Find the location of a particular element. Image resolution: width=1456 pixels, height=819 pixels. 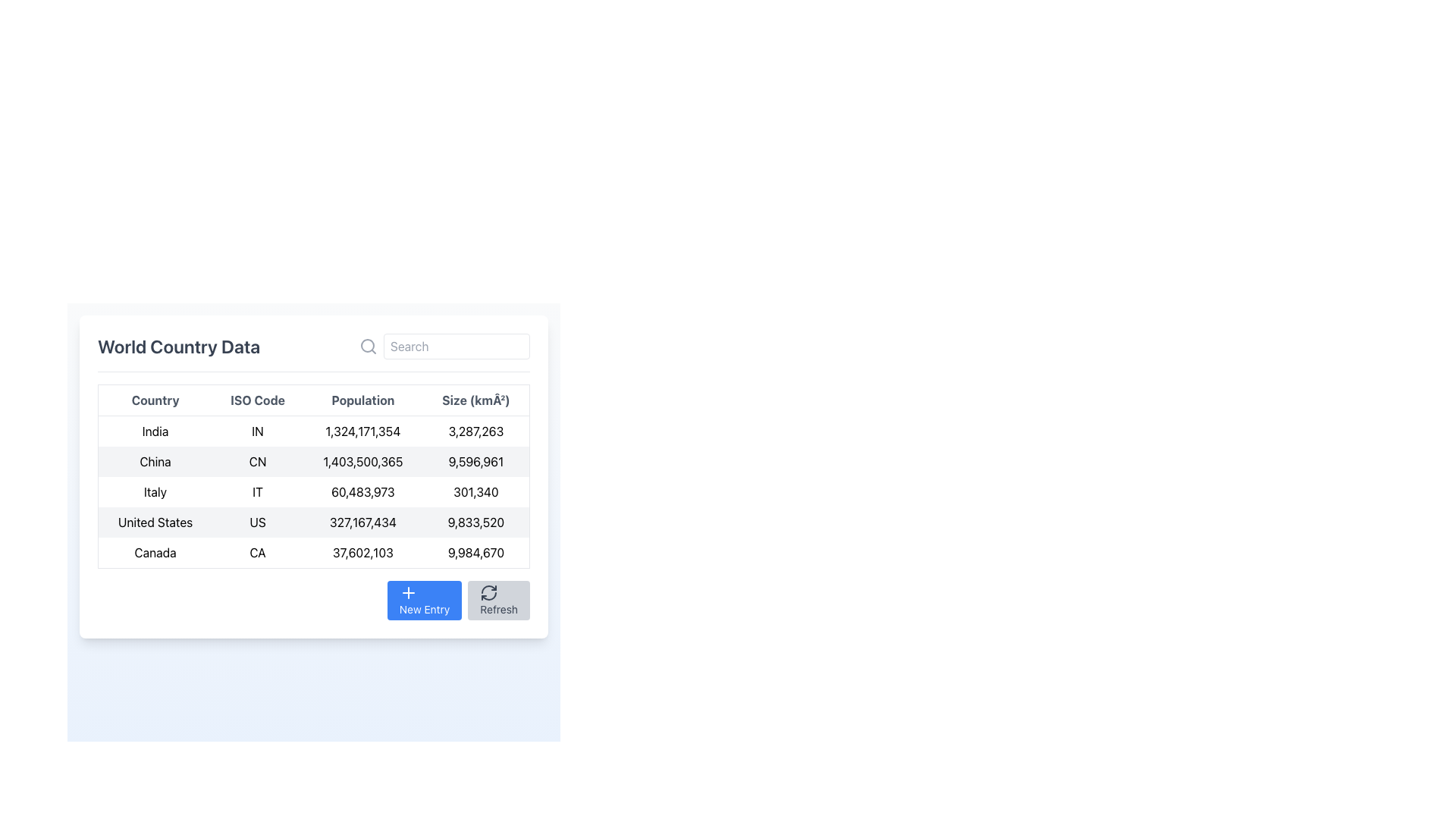

the text element displaying 'IT', which is the second cell in the row corresponding to 'Italy' in the table is located at coordinates (258, 491).